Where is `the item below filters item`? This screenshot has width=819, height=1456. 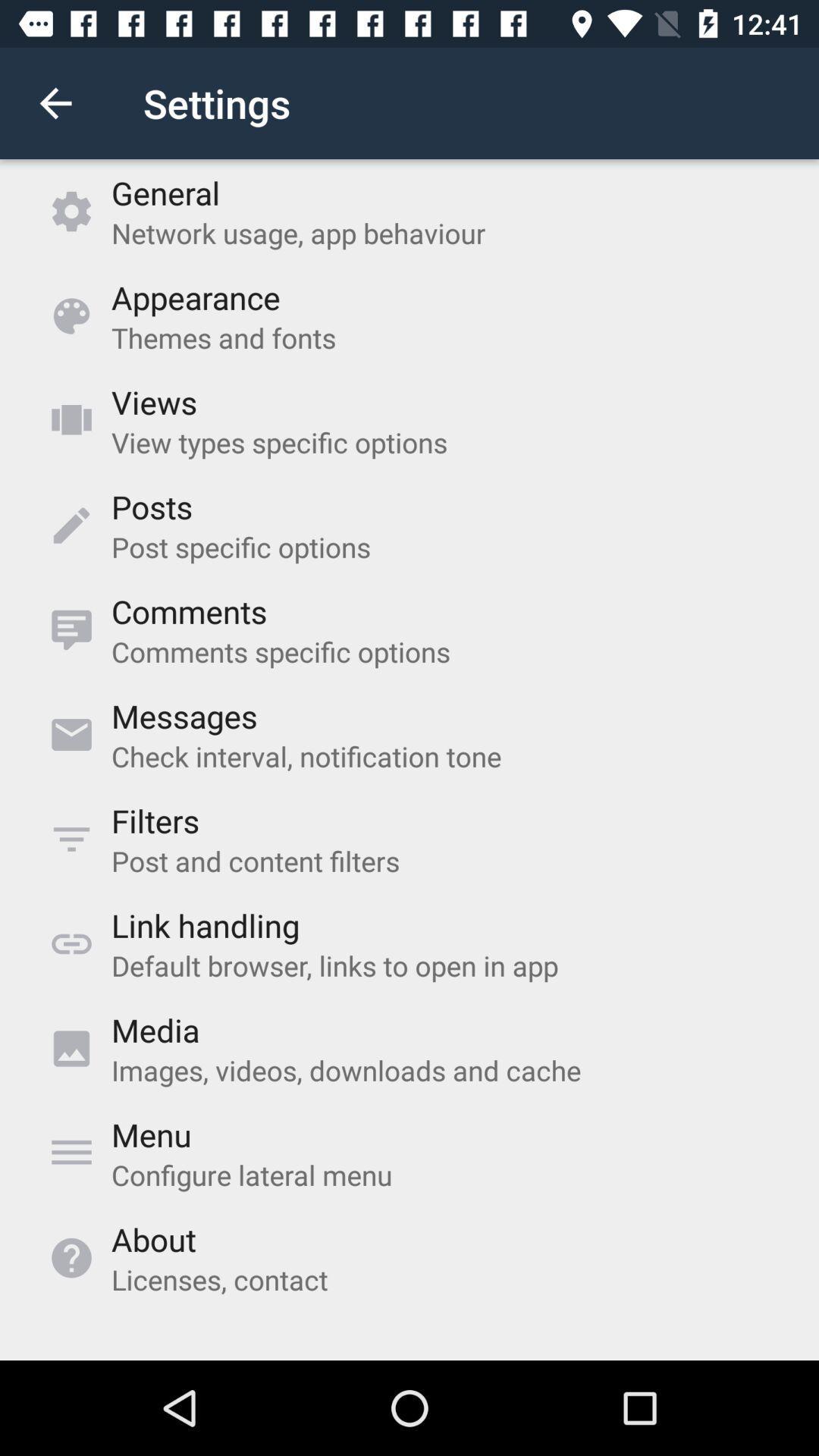
the item below filters item is located at coordinates (255, 861).